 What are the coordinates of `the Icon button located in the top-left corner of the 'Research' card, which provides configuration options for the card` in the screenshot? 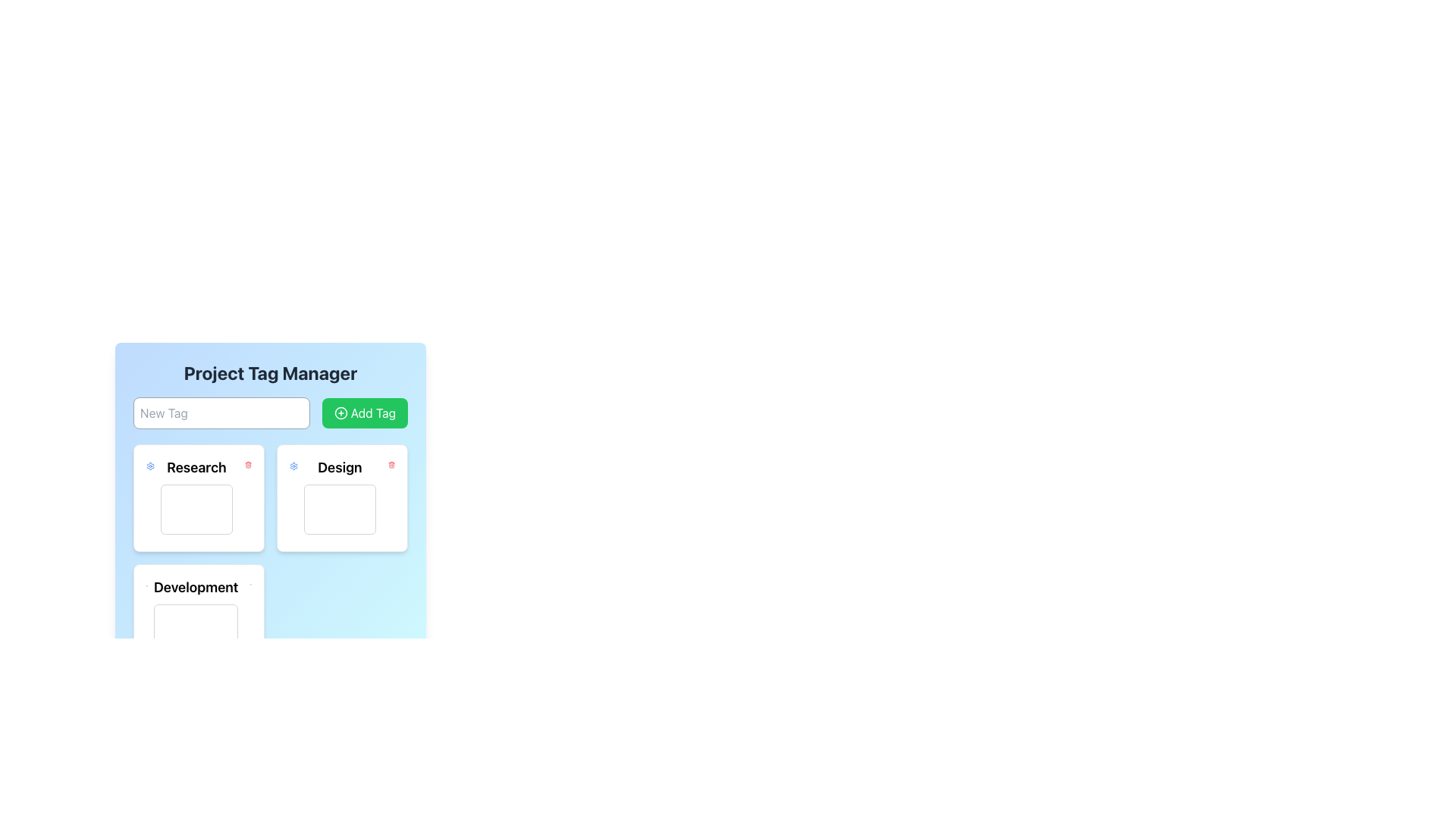 It's located at (150, 465).